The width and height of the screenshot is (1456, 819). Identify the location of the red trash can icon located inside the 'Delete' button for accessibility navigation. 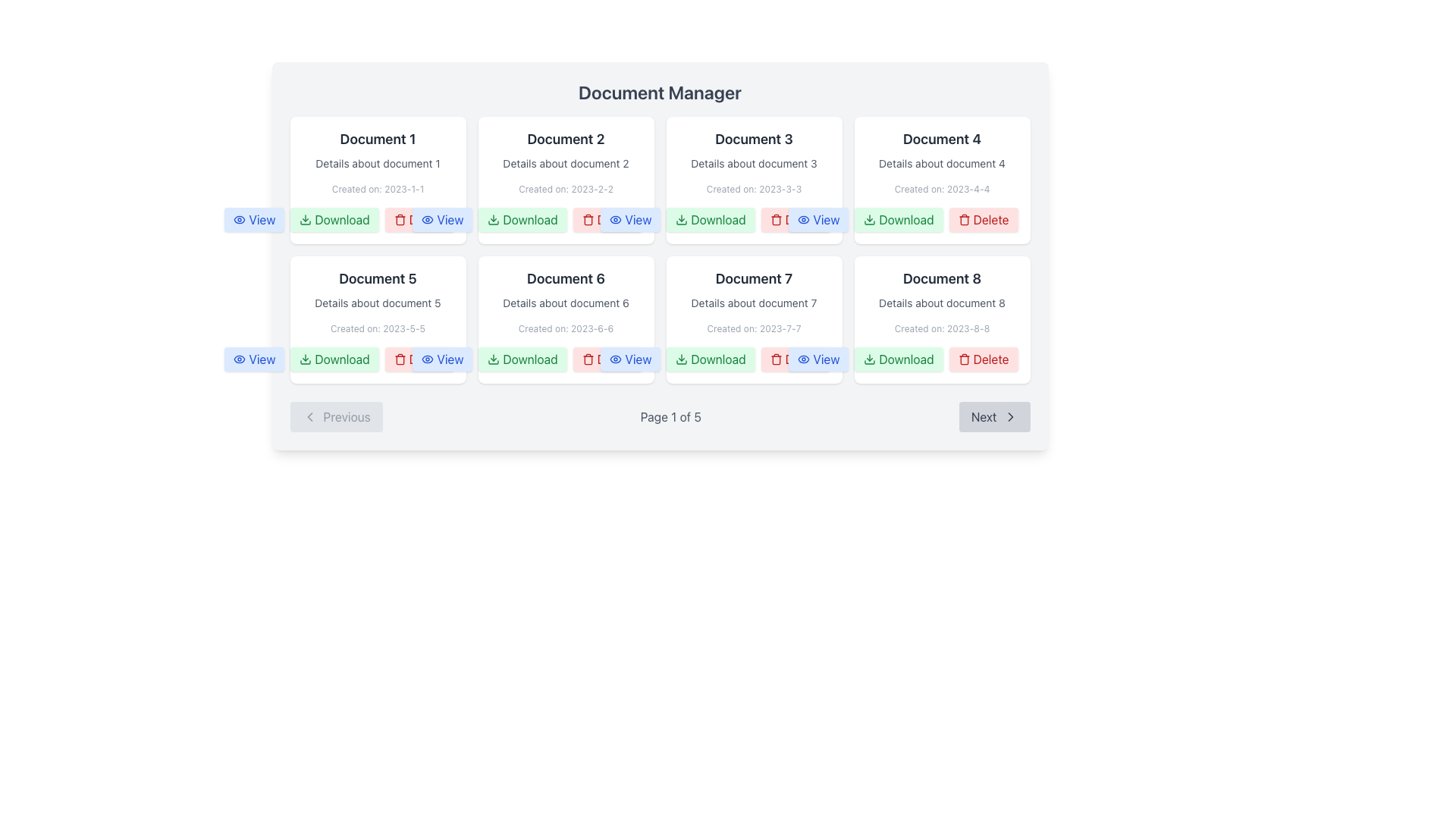
(776, 359).